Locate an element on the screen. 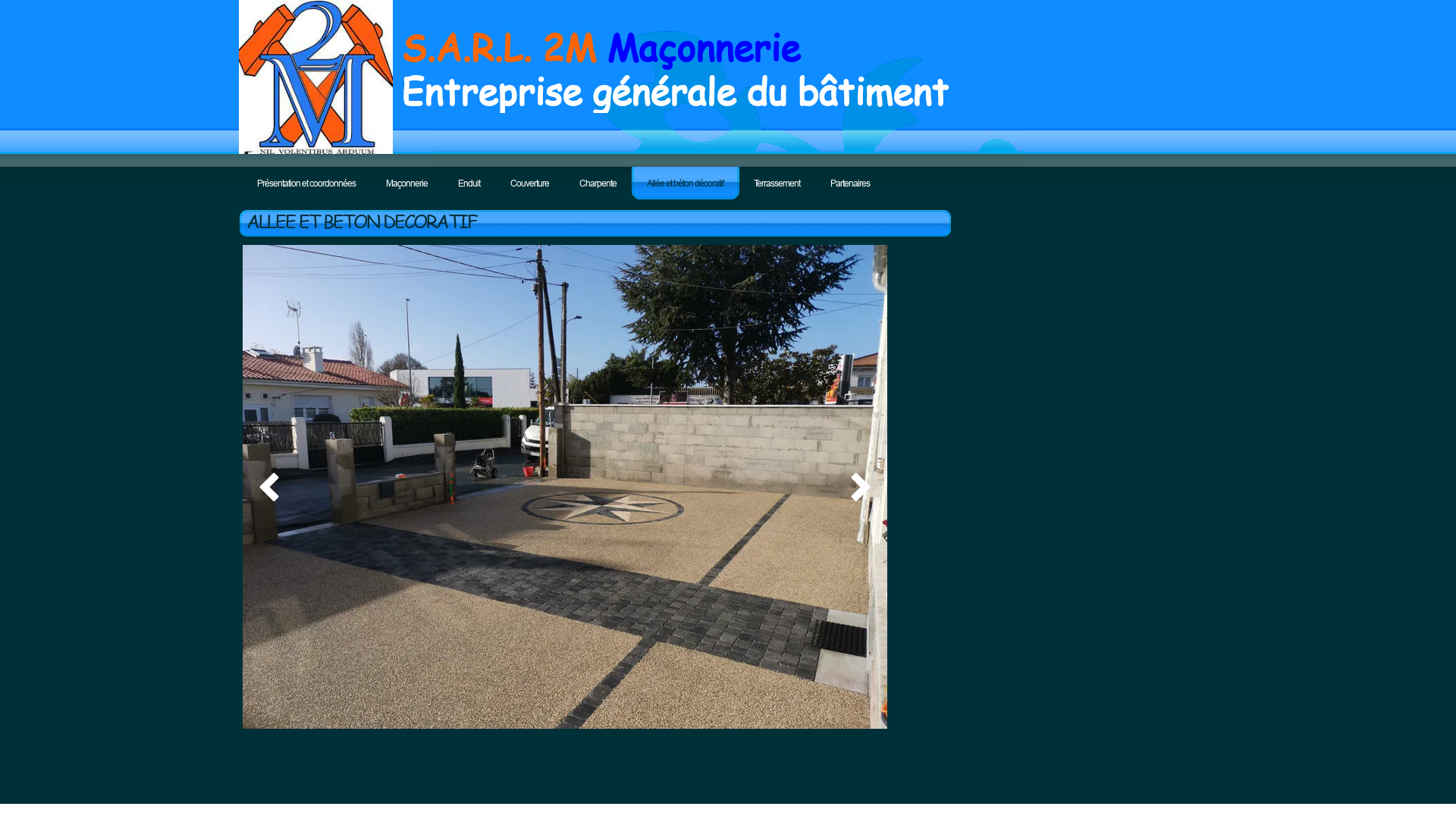 The image size is (1456, 819). 'Partenaires' is located at coordinates (850, 182).